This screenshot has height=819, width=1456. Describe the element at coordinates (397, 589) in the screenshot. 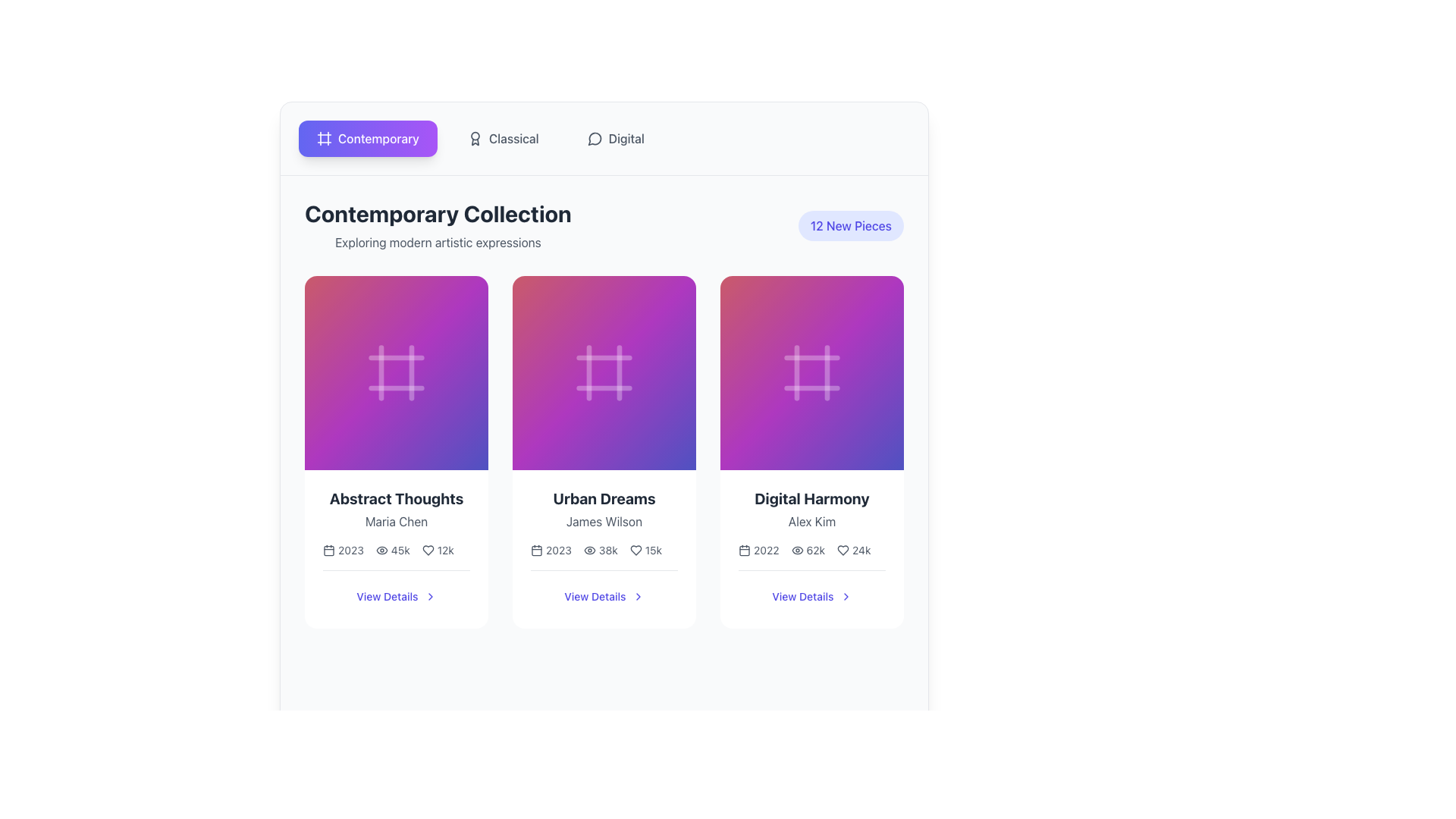

I see `the 'View Details' button, which is labeled in indigo text and features a rightward-facing chevron icon` at that location.